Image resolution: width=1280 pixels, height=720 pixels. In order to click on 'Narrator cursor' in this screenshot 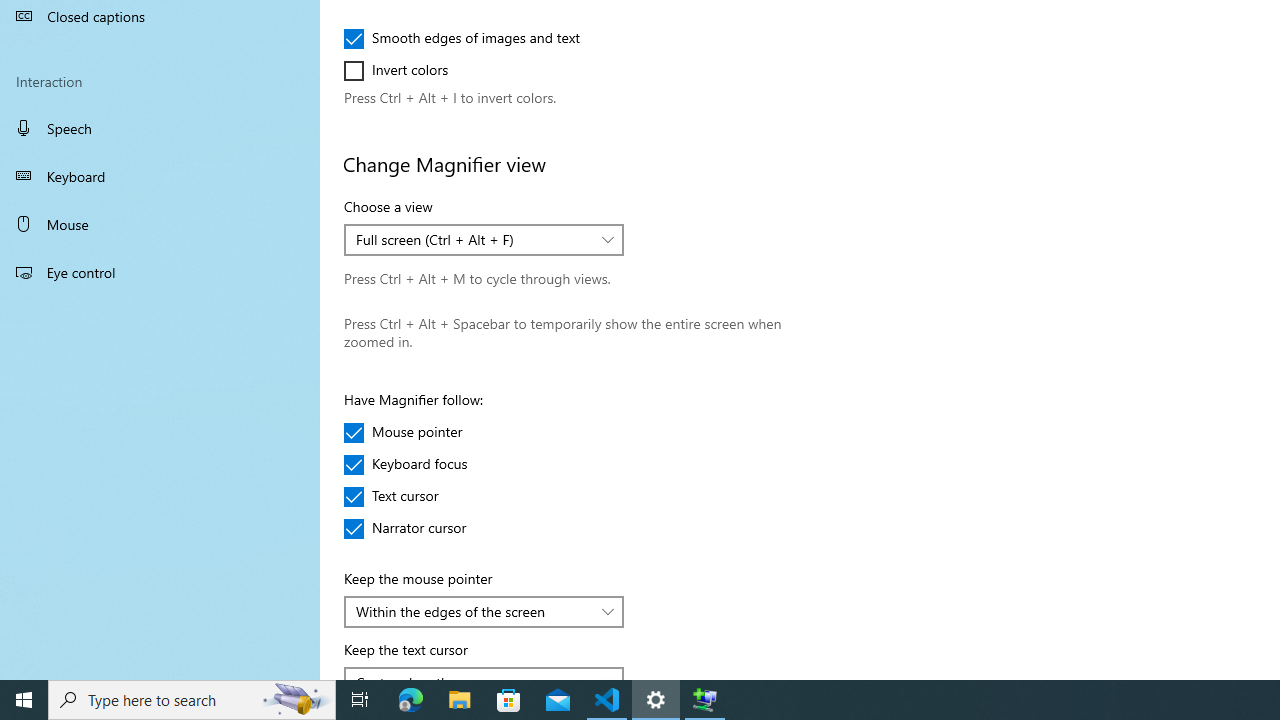, I will do `click(404, 527)`.